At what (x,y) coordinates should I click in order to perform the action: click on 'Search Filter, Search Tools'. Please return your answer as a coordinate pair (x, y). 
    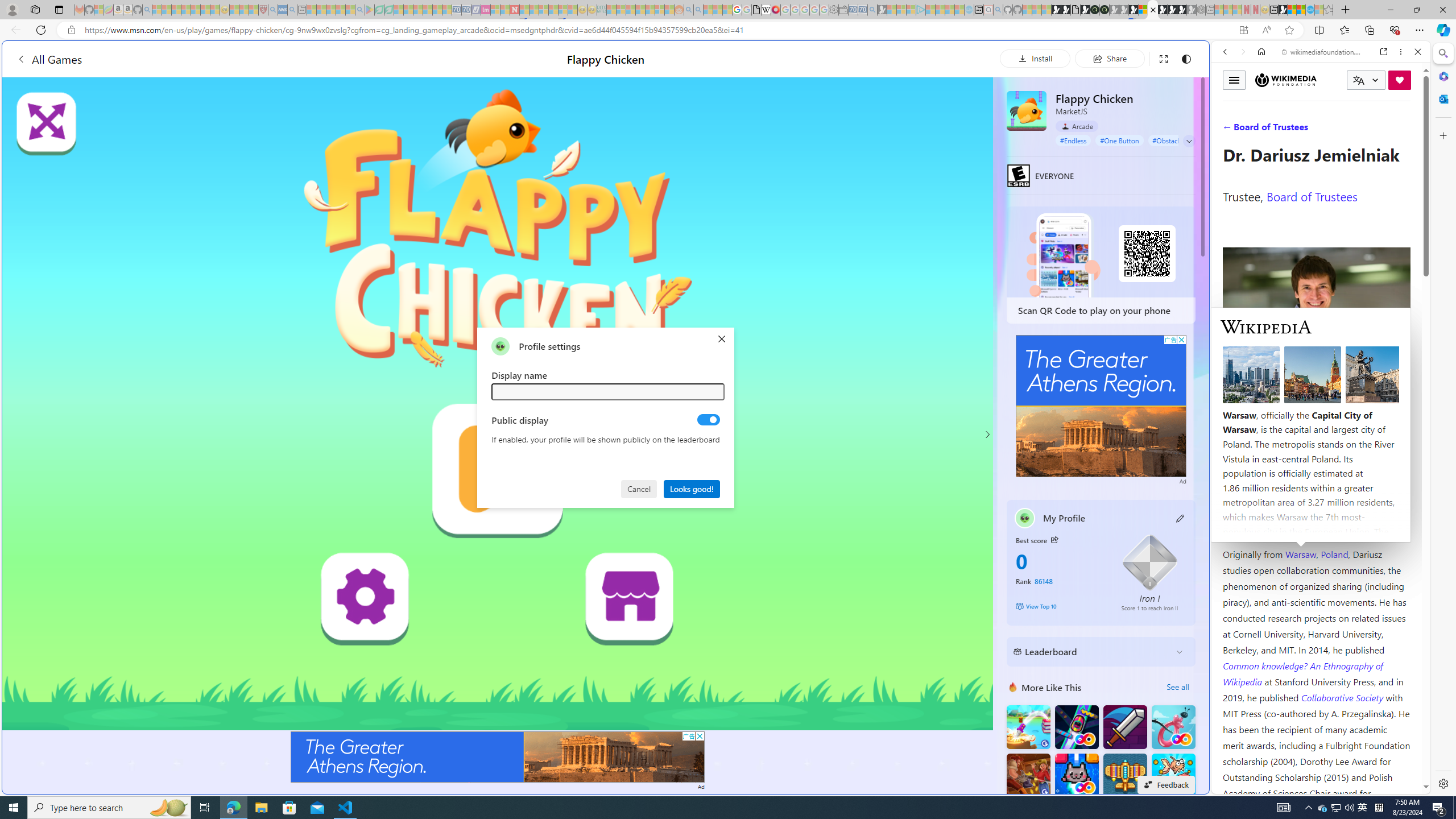
    Looking at the image, I should click on (1350, 129).